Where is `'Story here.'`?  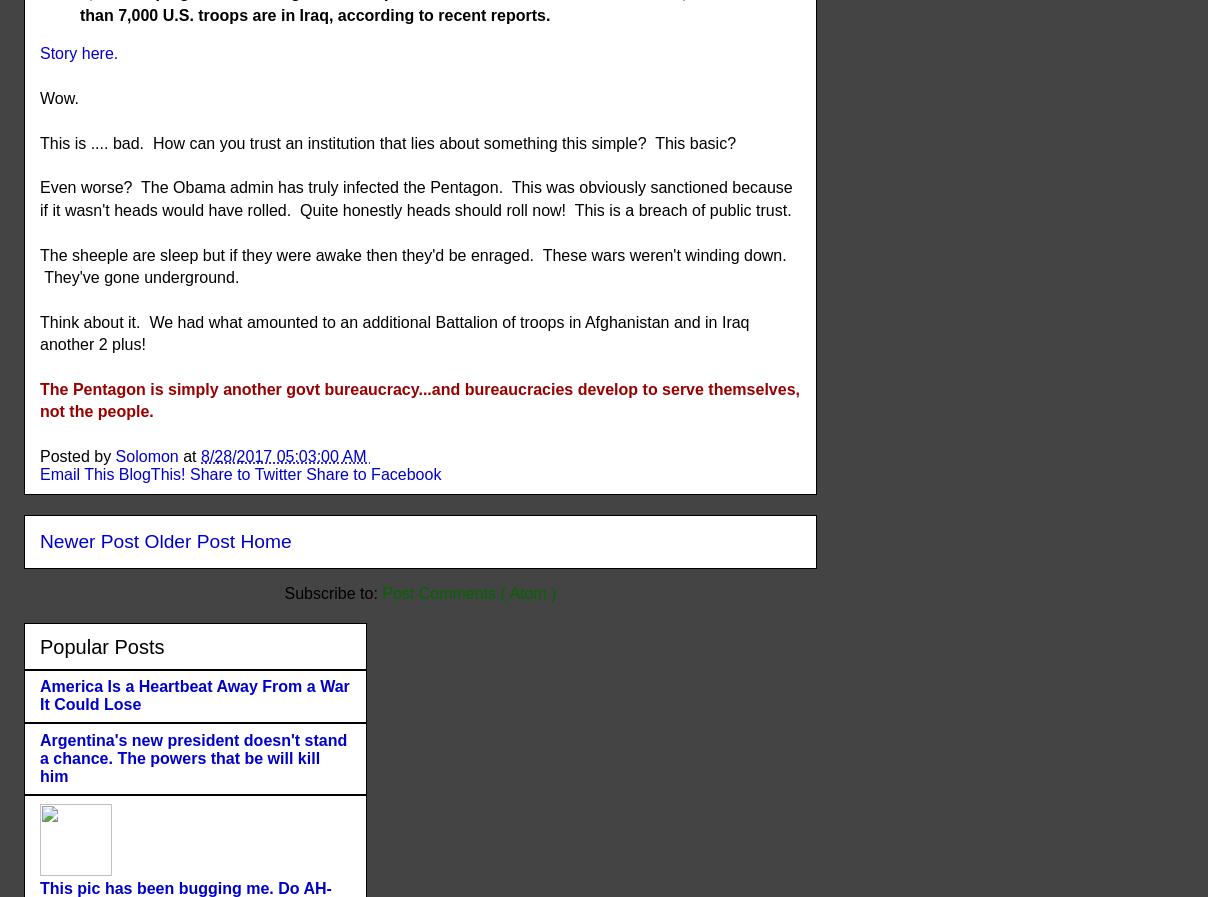
'Story here.' is located at coordinates (80, 52).